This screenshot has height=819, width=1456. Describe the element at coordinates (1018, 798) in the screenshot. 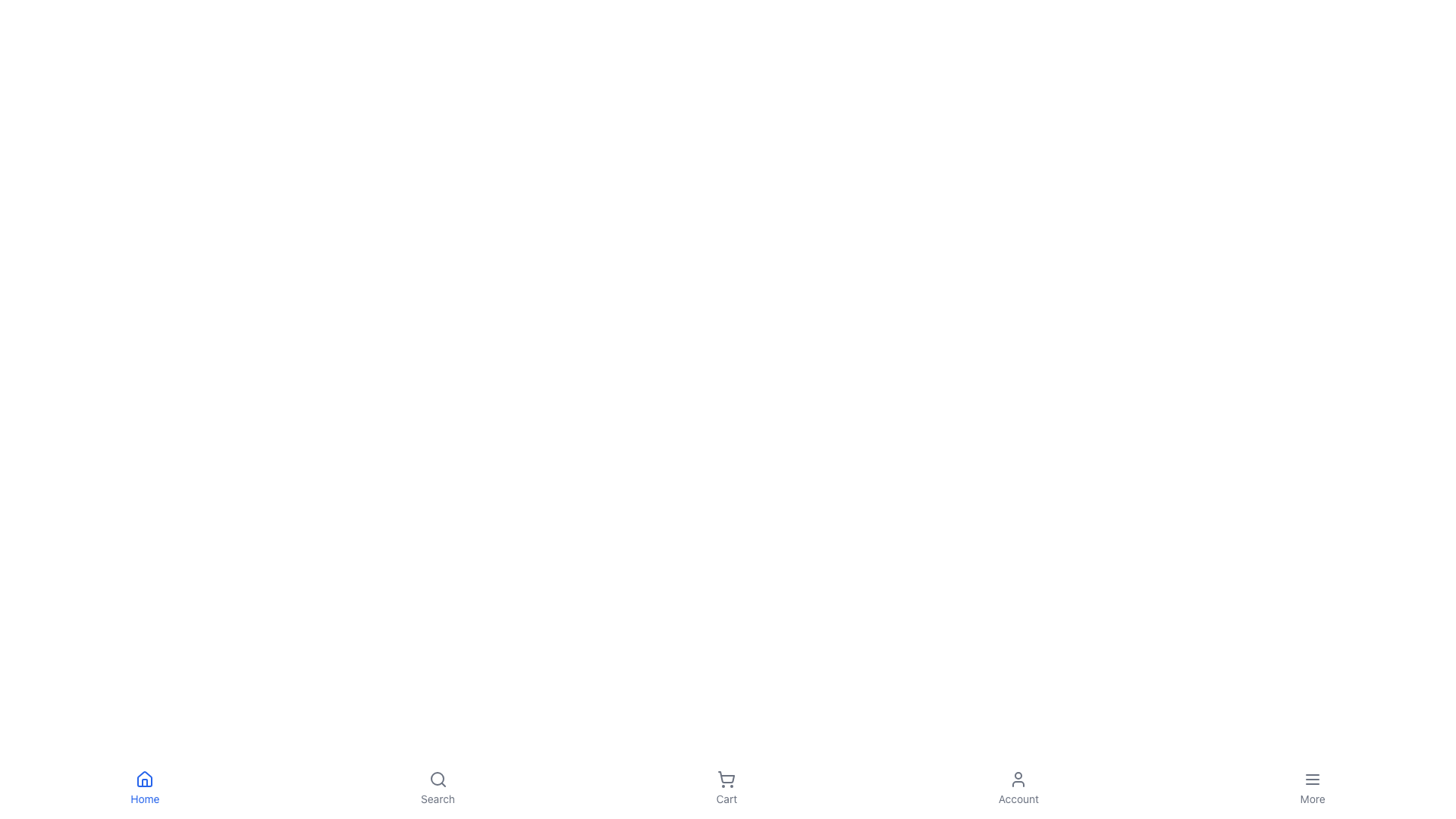

I see `the 'Account' text label, which is a non-interactive element styled in gray and located beneath the user icon in the bottom navigation bar` at that location.